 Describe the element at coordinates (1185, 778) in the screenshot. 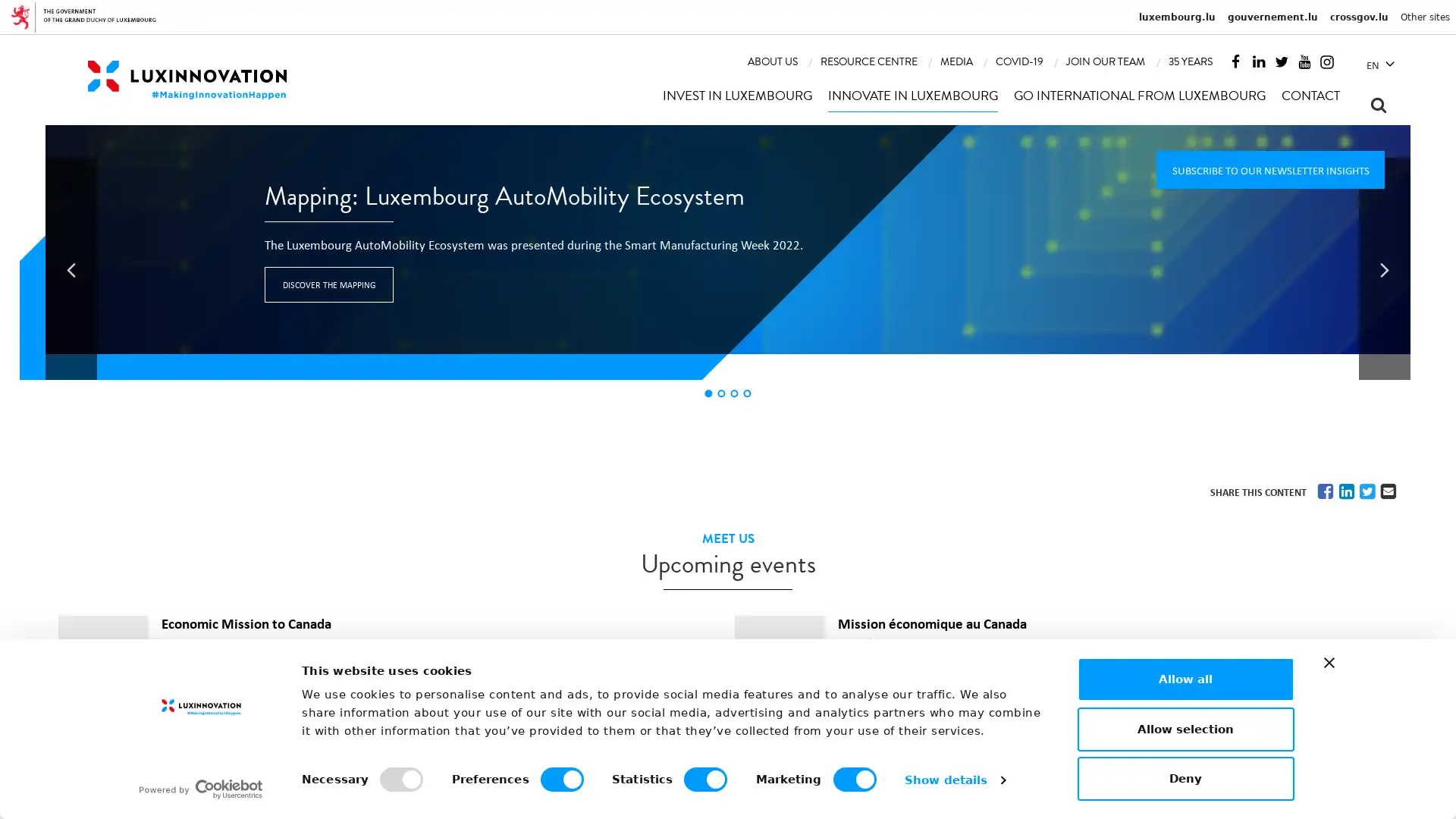

I see `Deny` at that location.